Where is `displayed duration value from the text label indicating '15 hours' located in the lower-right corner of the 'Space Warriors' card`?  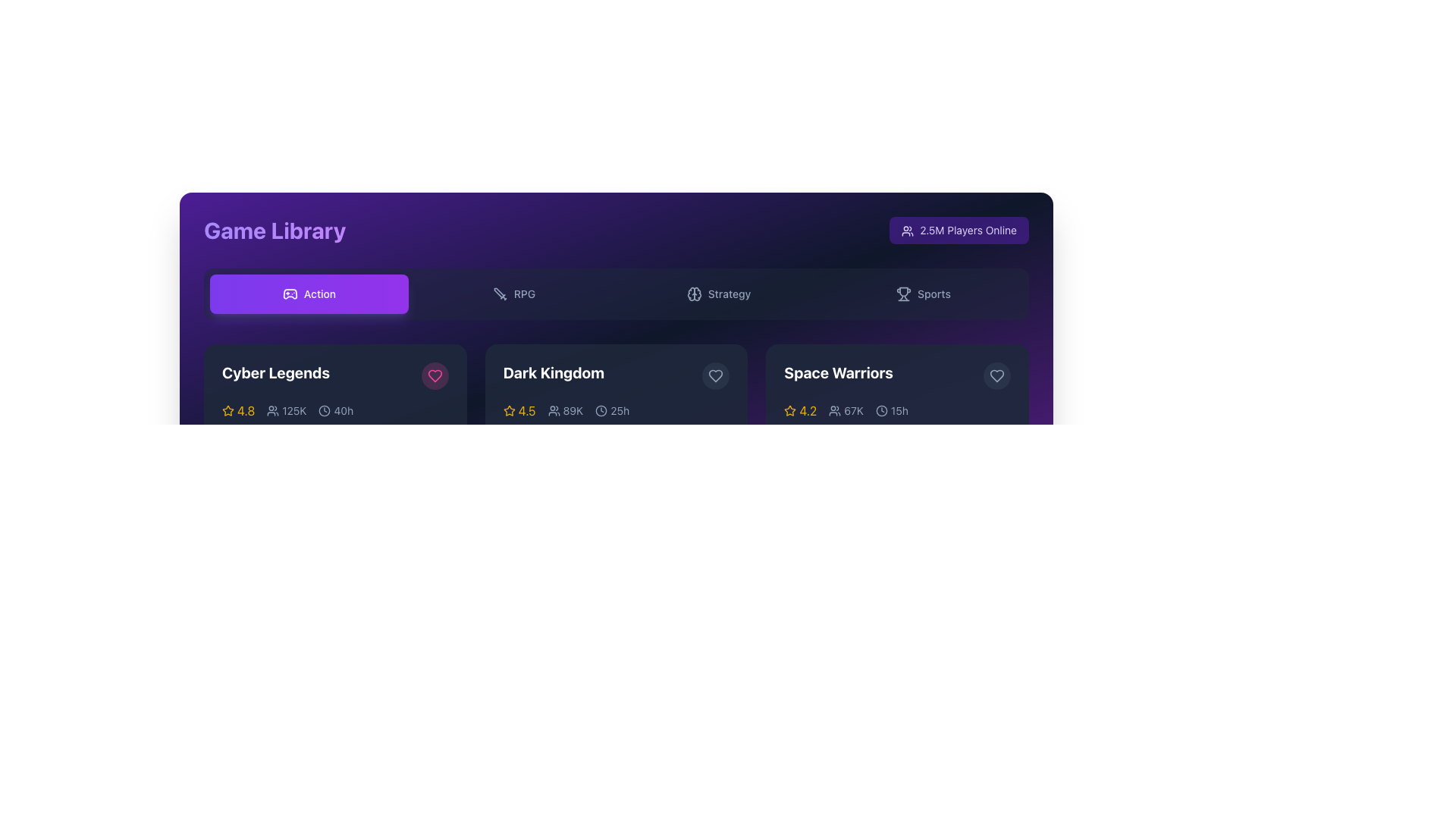 displayed duration value from the text label indicating '15 hours' located in the lower-right corner of the 'Space Warriors' card is located at coordinates (899, 411).